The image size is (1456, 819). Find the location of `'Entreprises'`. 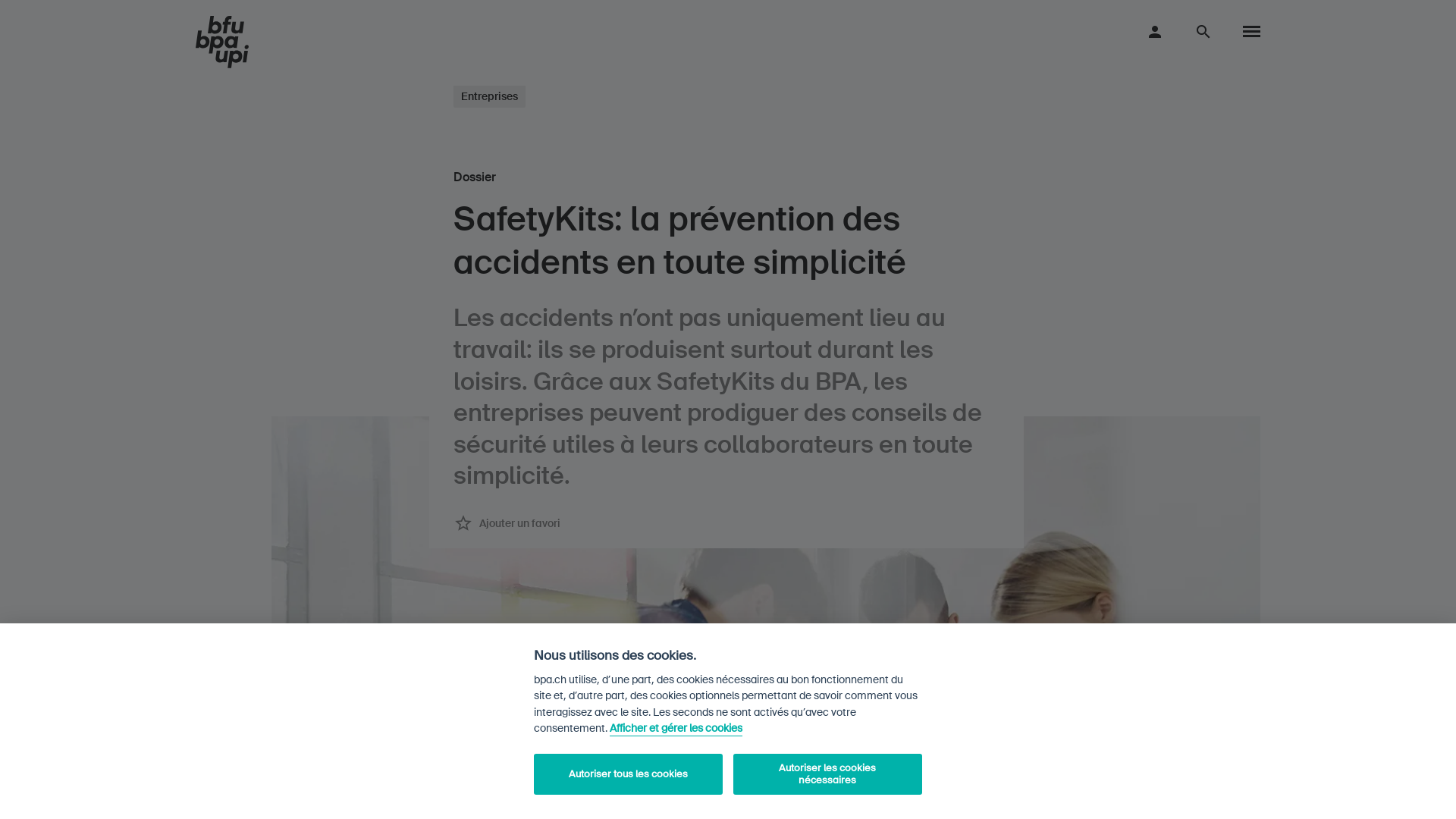

'Entreprises' is located at coordinates (489, 96).